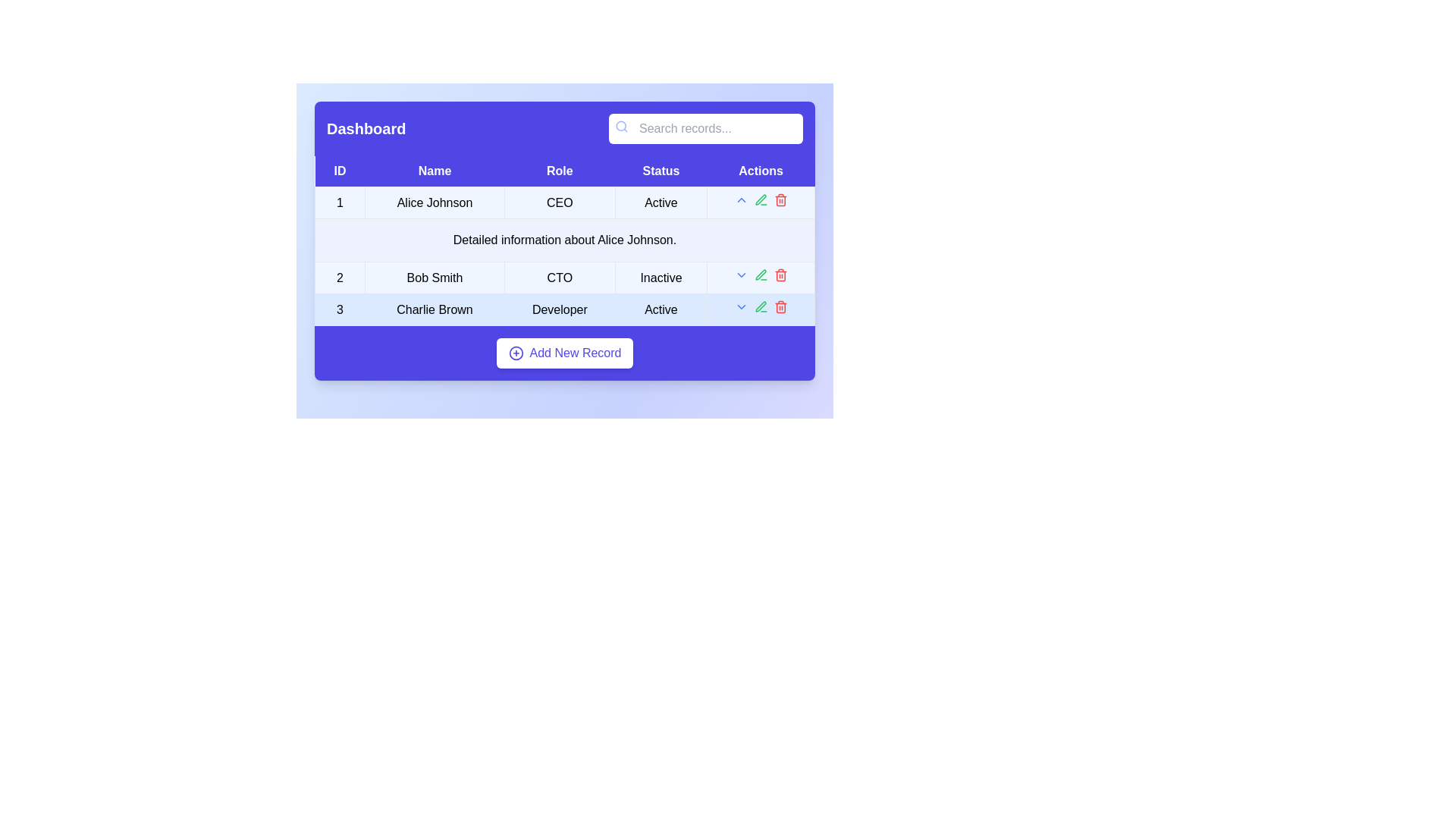 Image resolution: width=1456 pixels, height=819 pixels. Describe the element at coordinates (434, 202) in the screenshot. I see `text label displaying 'Alice Johnson' located in the second column of the first row under the 'Name' header` at that location.